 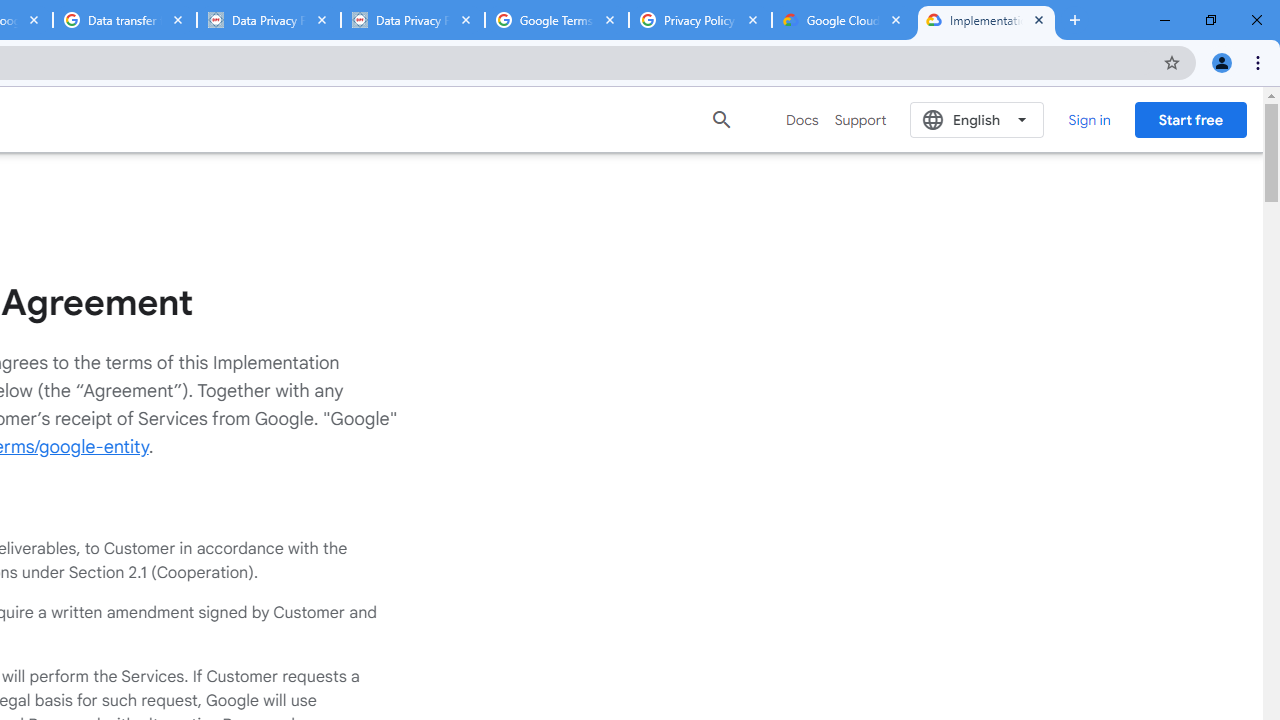 What do you see at coordinates (843, 20) in the screenshot?
I see `'Google Cloud Privacy Notice'` at bounding box center [843, 20].